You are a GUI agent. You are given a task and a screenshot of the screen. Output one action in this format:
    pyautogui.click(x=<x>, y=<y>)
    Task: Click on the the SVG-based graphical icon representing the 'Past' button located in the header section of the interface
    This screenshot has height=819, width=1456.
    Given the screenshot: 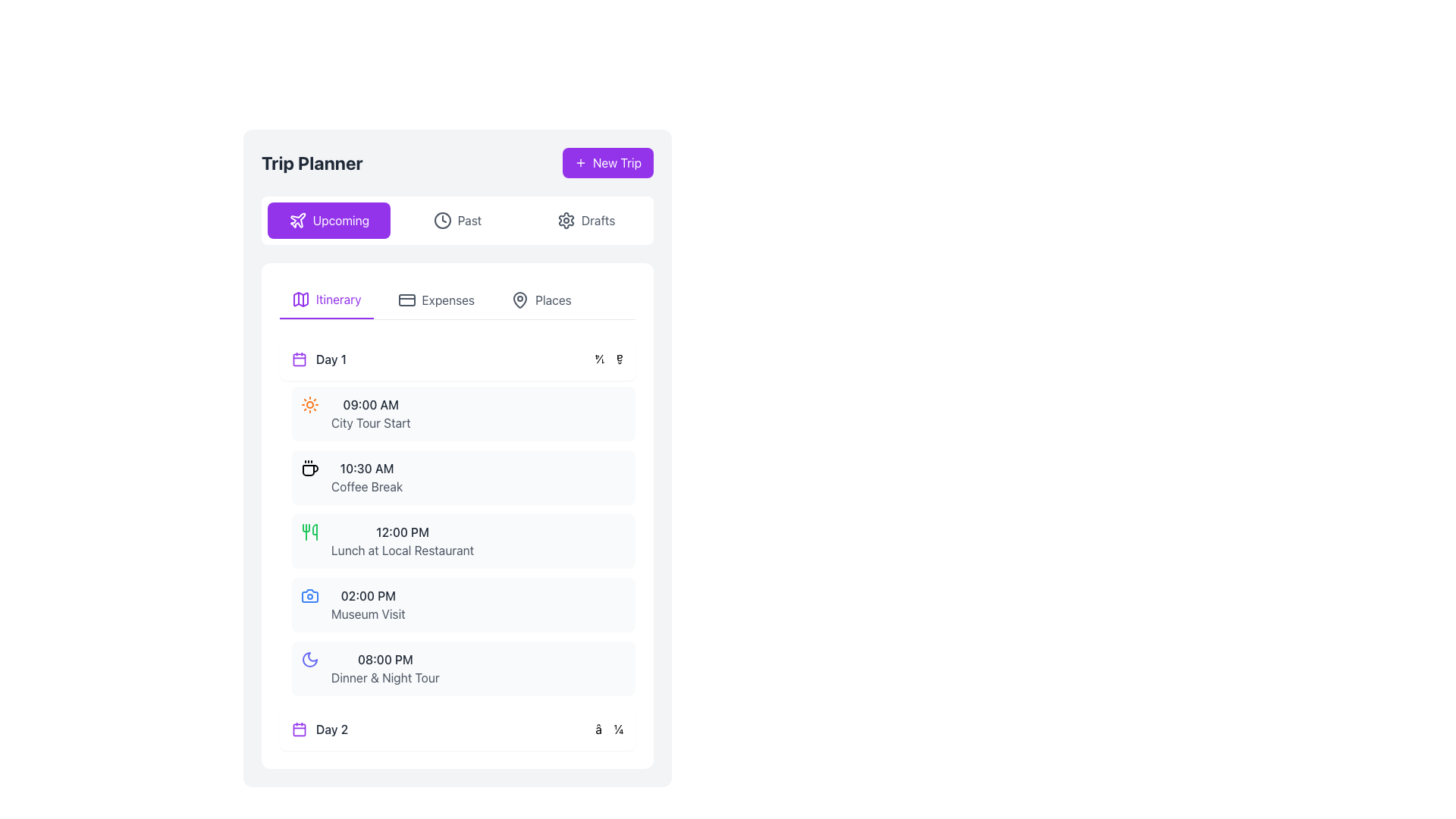 What is the action you would take?
    pyautogui.click(x=441, y=220)
    